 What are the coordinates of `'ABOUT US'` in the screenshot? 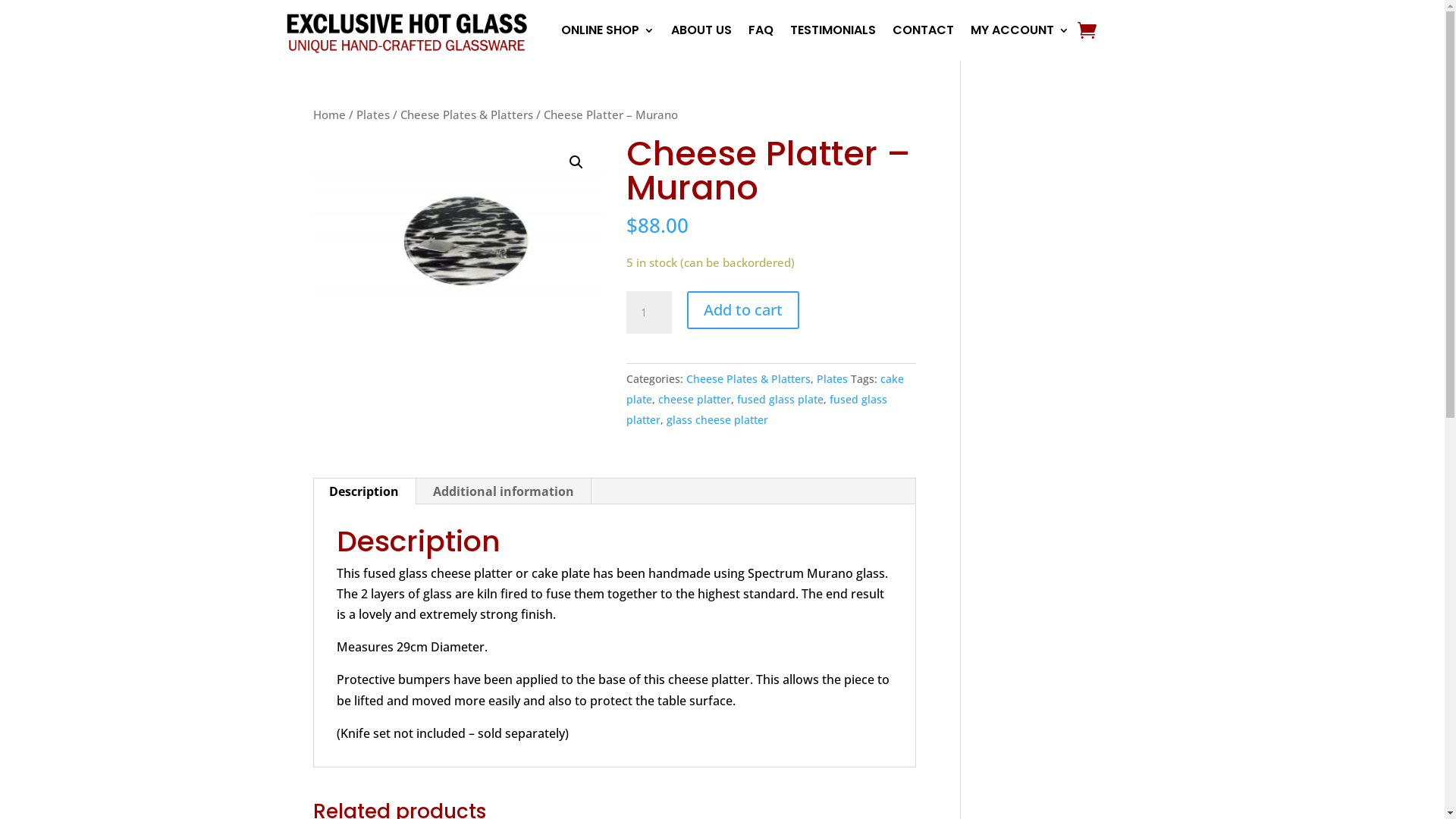 It's located at (701, 30).